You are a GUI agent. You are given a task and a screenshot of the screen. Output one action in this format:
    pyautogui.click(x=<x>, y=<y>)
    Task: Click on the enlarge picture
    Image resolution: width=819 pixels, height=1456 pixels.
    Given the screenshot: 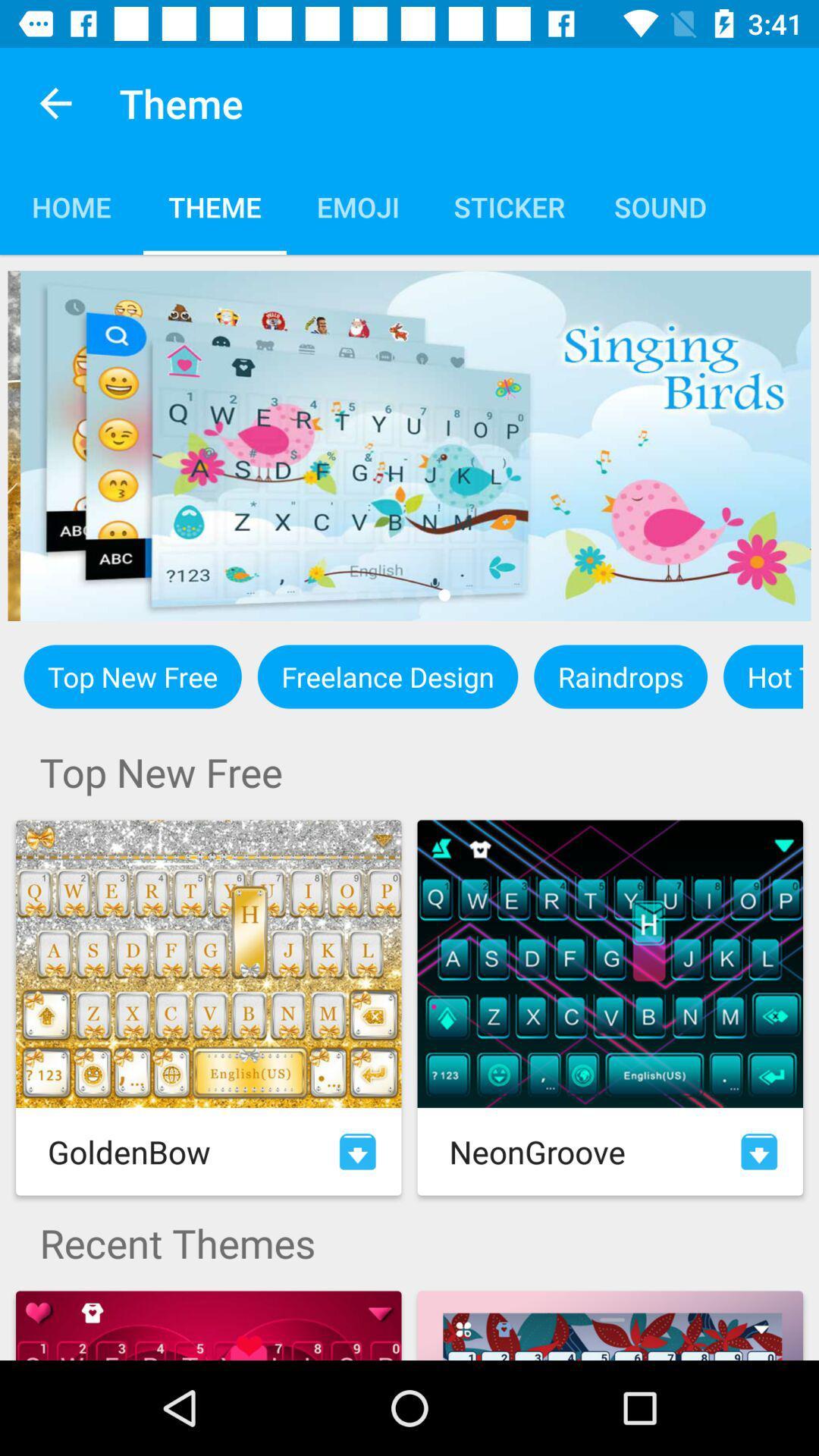 What is the action you would take?
    pyautogui.click(x=409, y=445)
    